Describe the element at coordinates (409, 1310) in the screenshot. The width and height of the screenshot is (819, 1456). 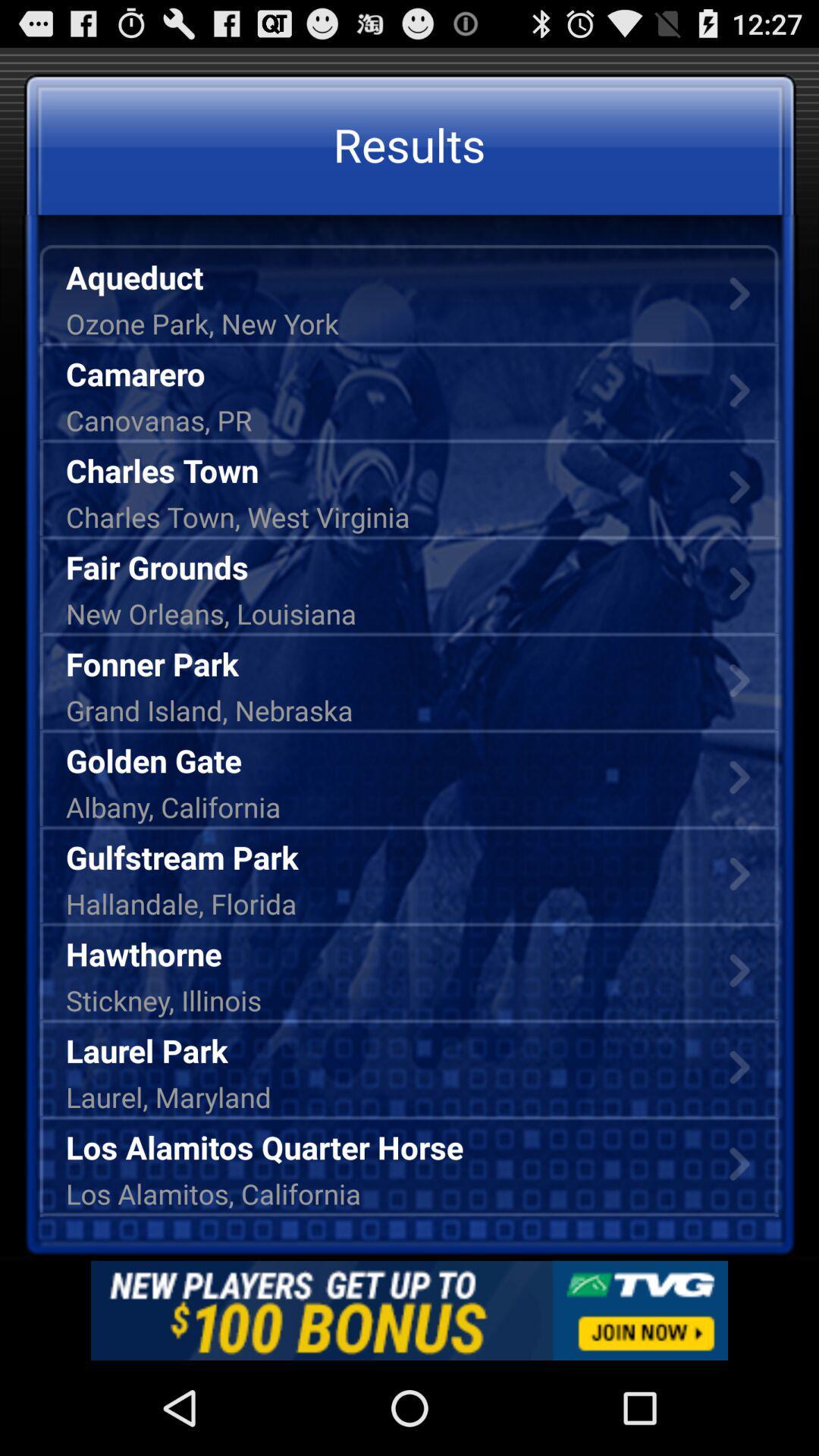
I see `advertisement` at that location.